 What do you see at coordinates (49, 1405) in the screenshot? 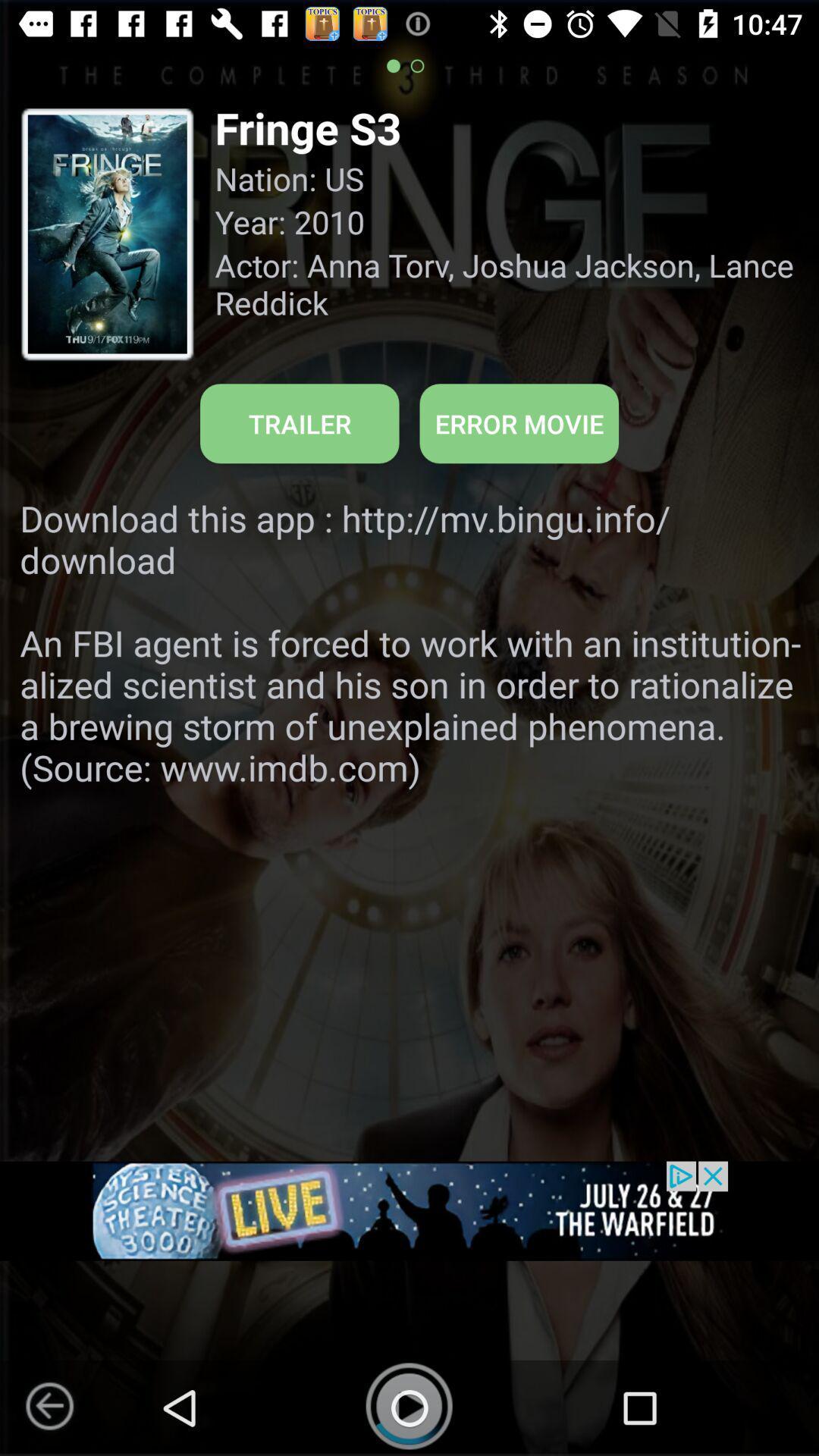
I see `the arrow_backward icon` at bounding box center [49, 1405].